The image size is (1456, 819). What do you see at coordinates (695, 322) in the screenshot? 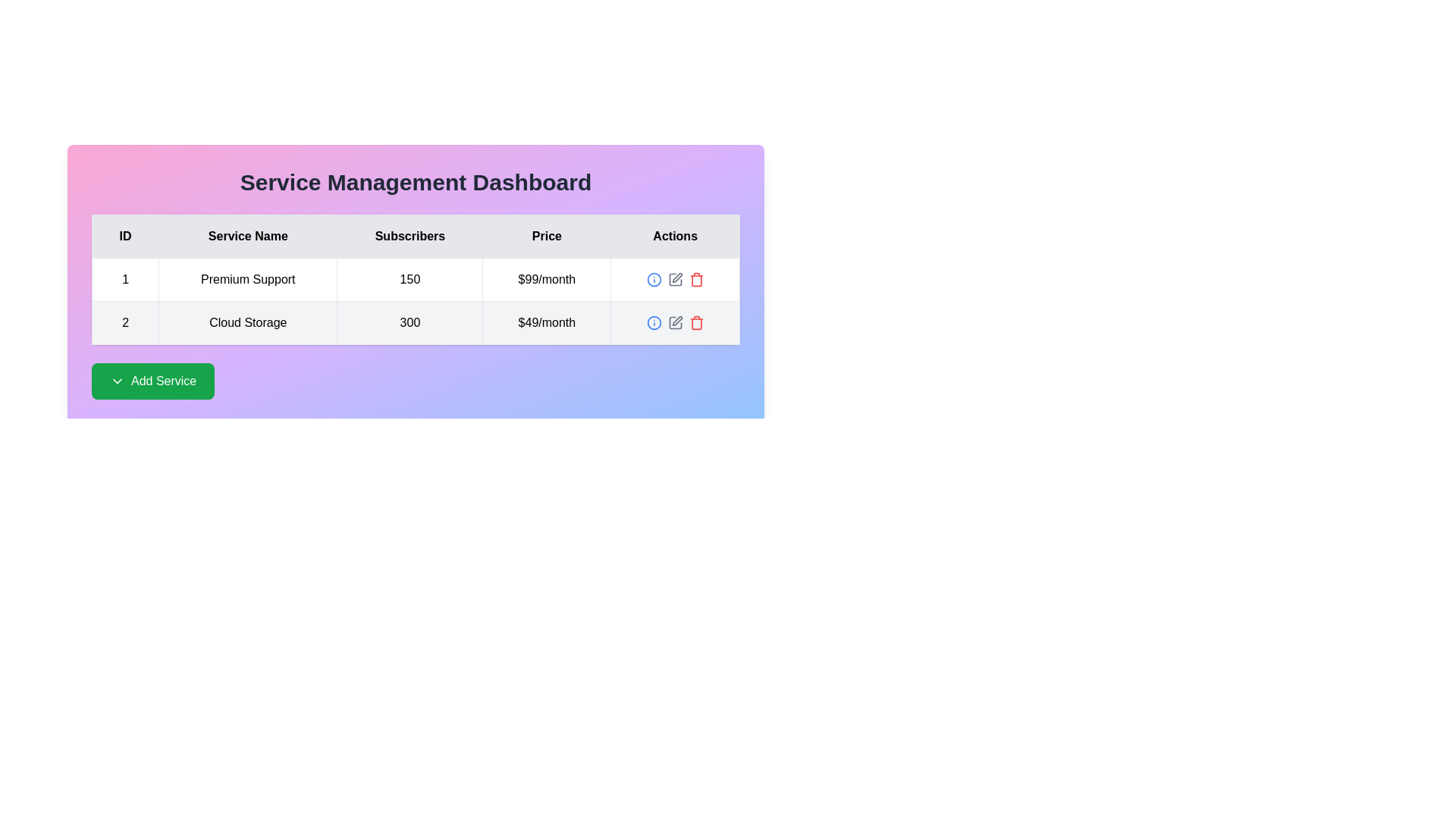
I see `the red trash icon button located in the 'Actions' column of the second row in the table to initiate a delete action` at bounding box center [695, 322].